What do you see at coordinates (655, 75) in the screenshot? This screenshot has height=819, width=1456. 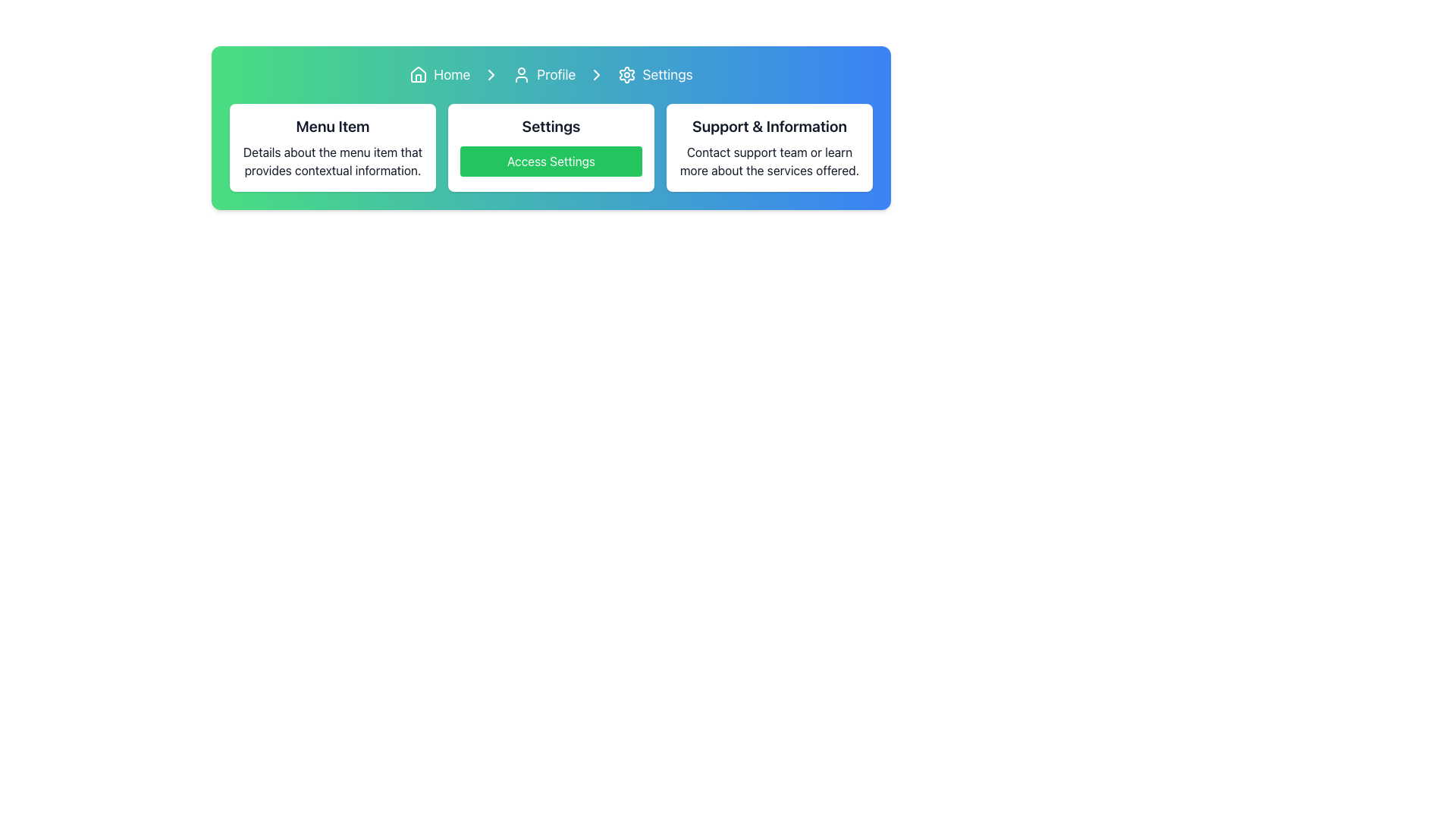 I see `the 'Settings' navigation link, which features a gear icon and is styled in white on a blue gradient background, to trigger the tooltip or highlight effect` at bounding box center [655, 75].